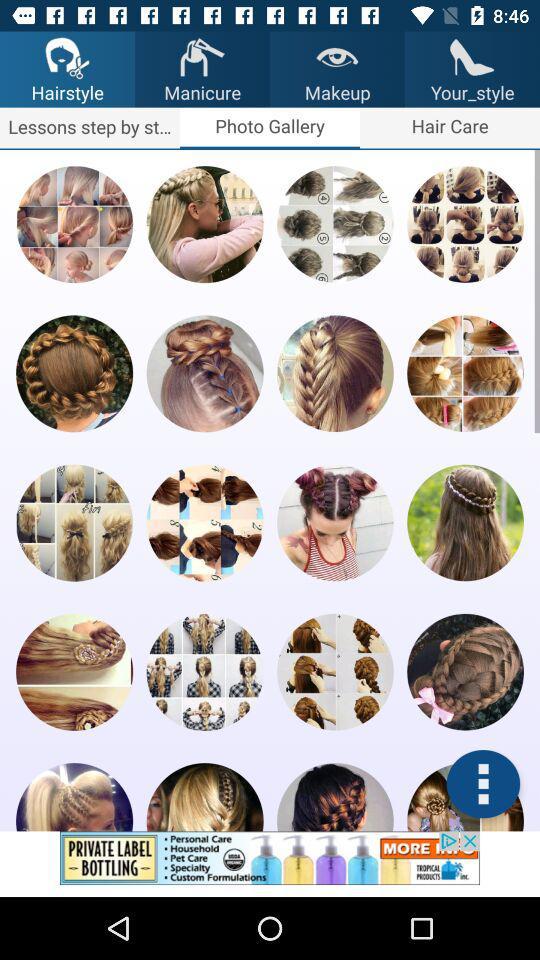 The width and height of the screenshot is (540, 960). What do you see at coordinates (73, 224) in the screenshot?
I see `expand a hairstyle lesson` at bounding box center [73, 224].